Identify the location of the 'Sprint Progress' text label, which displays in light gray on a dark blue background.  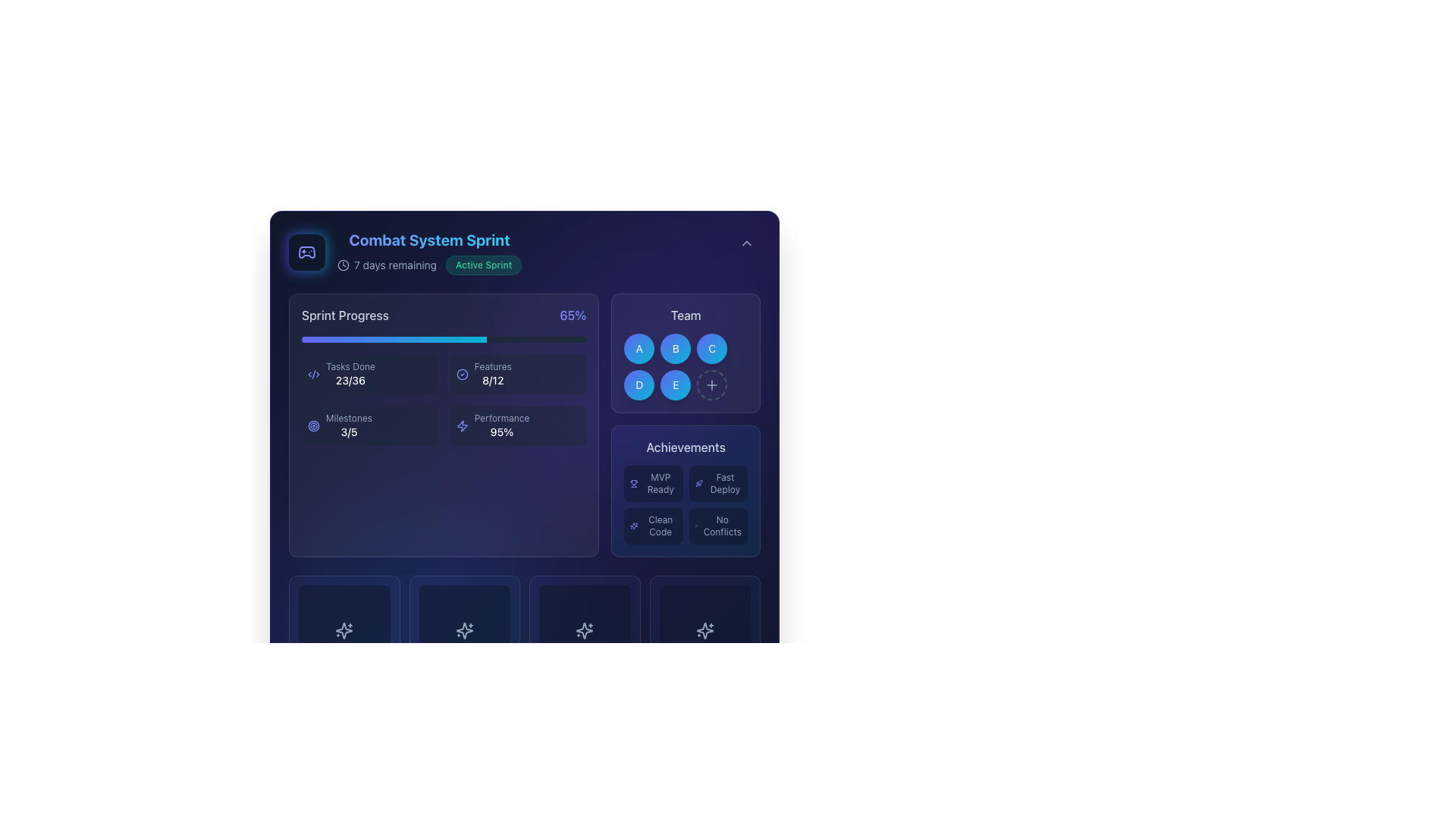
(344, 315).